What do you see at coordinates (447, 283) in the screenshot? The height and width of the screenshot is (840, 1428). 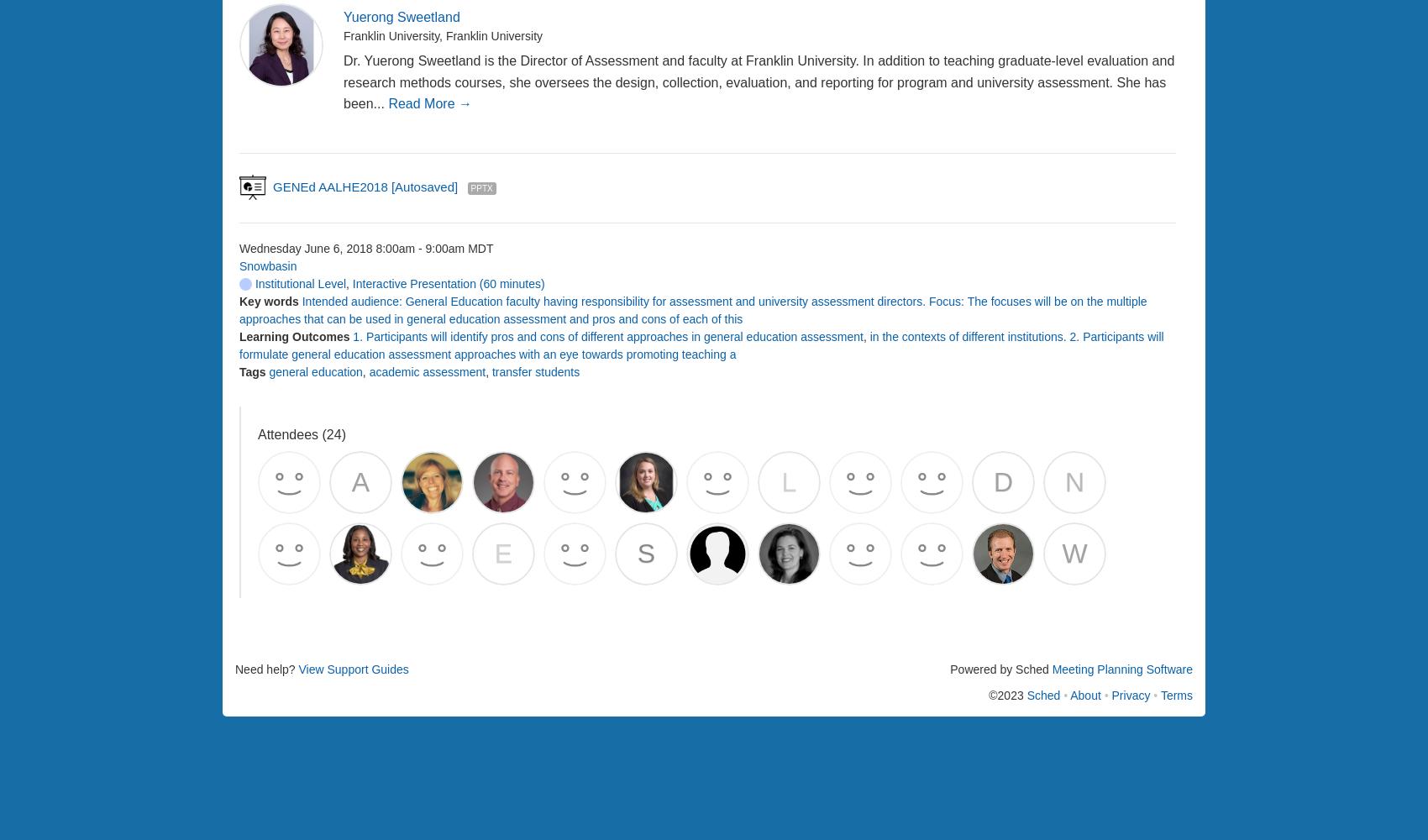 I see `'Interactive Presentation (60 minutes)'` at bounding box center [447, 283].